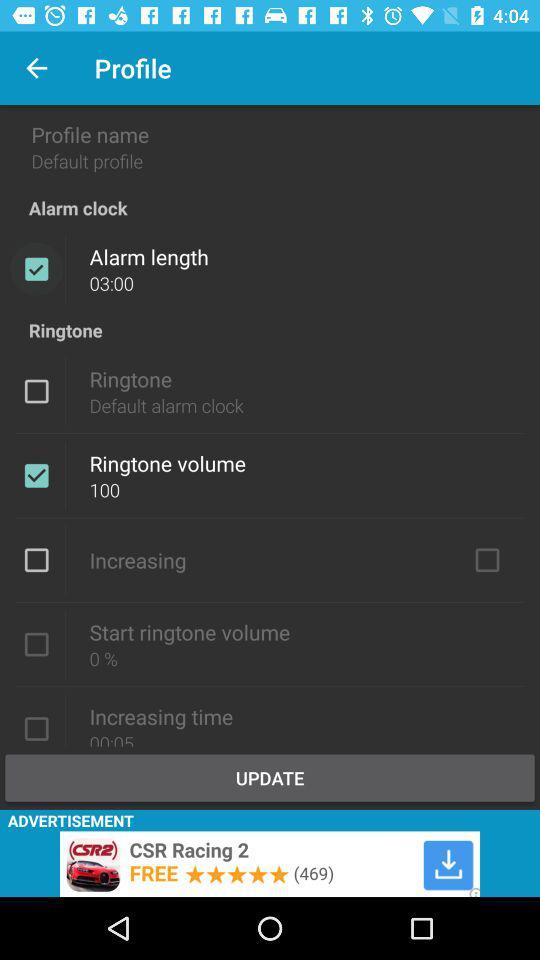  I want to click on activate ringtone, so click(36, 390).